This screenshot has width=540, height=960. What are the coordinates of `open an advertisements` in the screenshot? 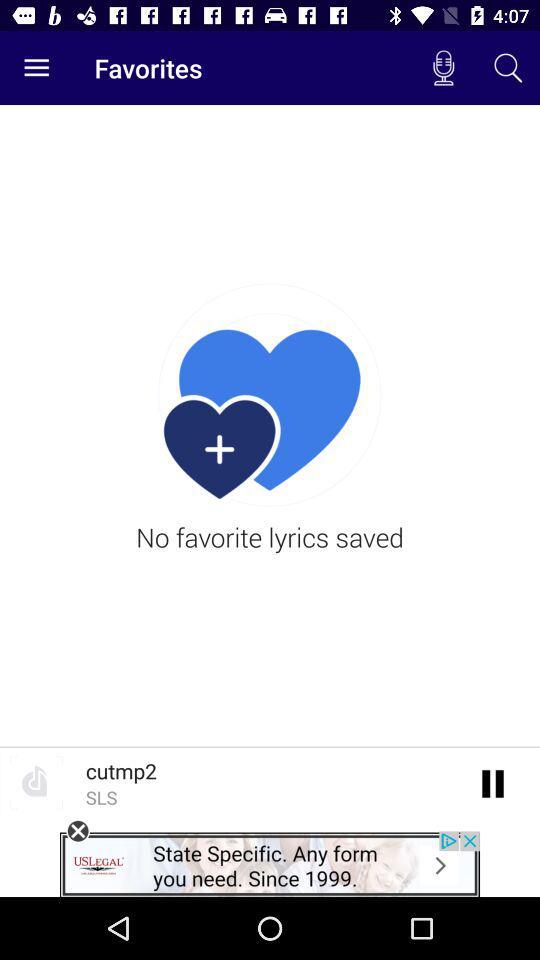 It's located at (270, 863).